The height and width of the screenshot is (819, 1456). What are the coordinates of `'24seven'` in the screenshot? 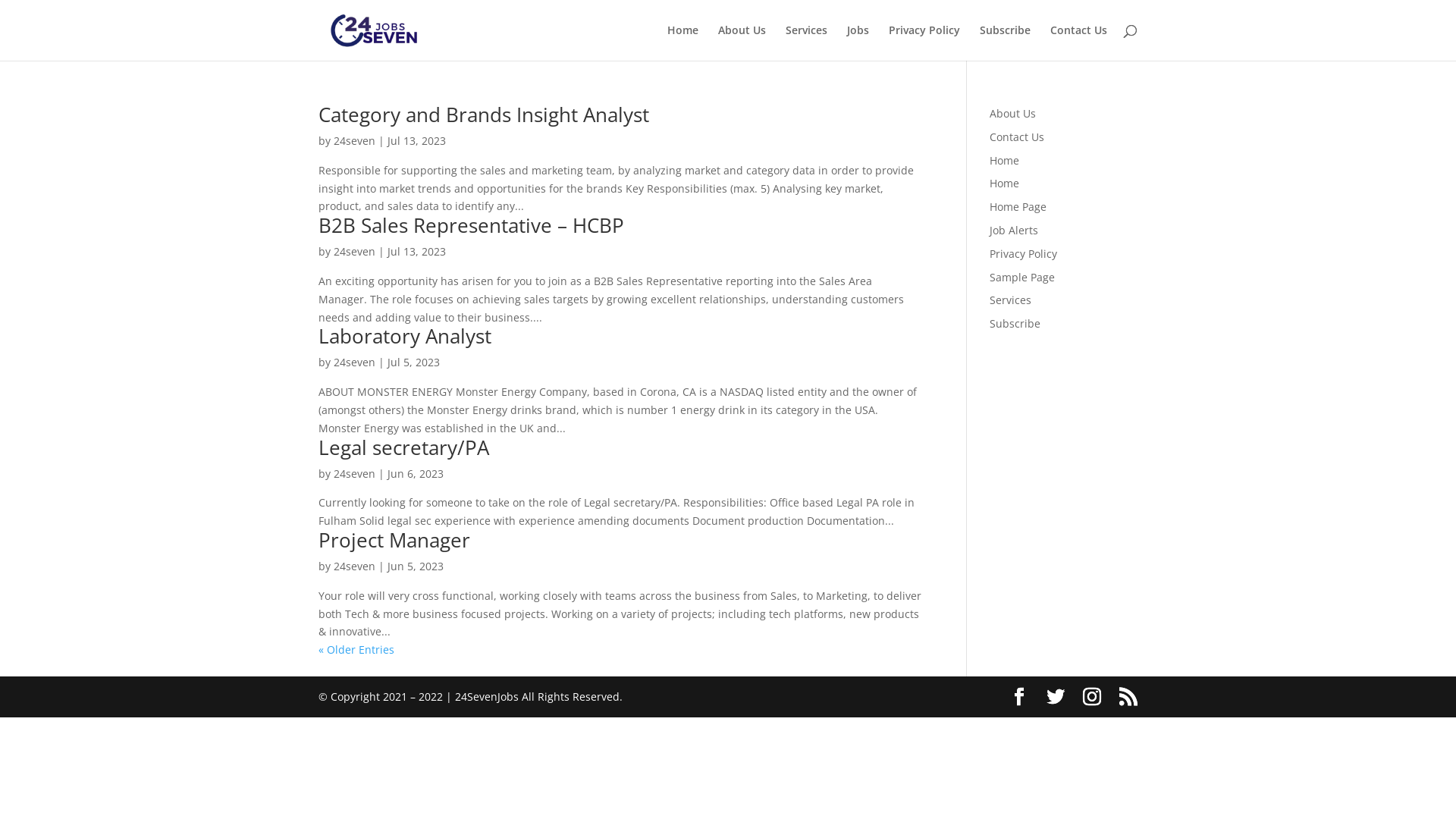 It's located at (333, 472).